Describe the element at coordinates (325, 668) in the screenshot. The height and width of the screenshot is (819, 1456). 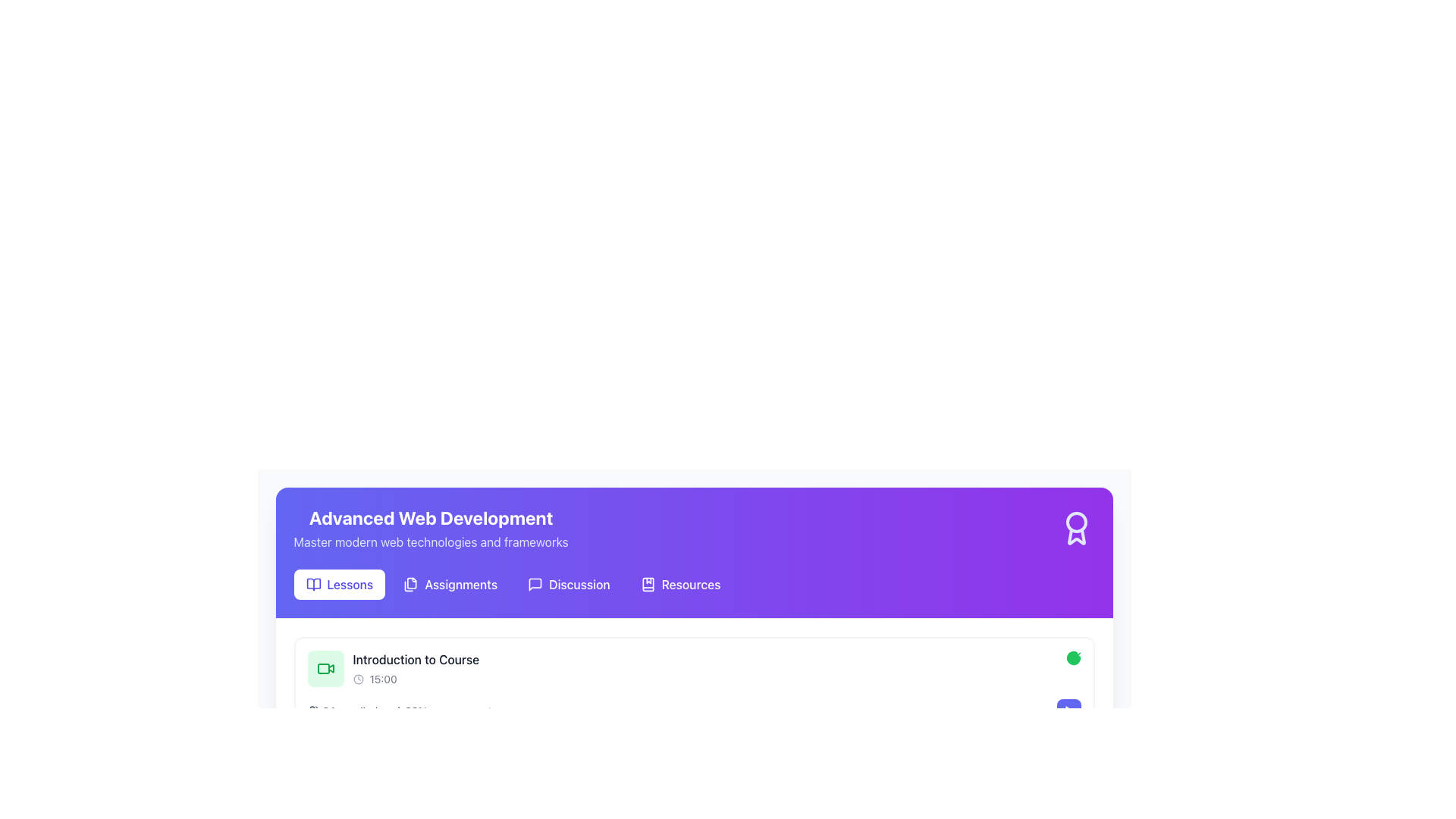
I see `the green video camera icon located under the 'Advanced Web Development' header` at that location.